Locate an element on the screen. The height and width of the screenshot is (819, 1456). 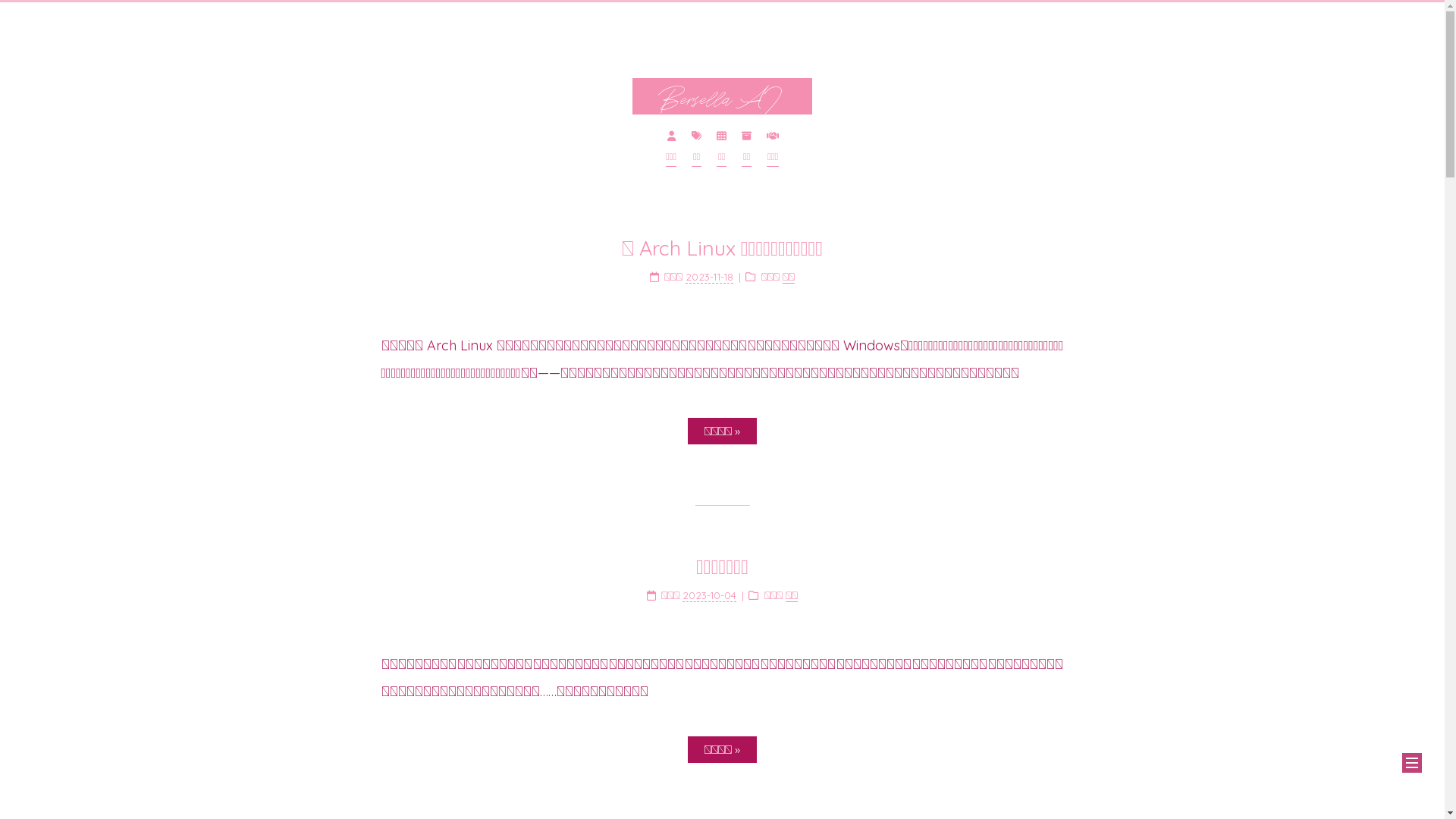
'Bersella AI' is located at coordinates (721, 96).